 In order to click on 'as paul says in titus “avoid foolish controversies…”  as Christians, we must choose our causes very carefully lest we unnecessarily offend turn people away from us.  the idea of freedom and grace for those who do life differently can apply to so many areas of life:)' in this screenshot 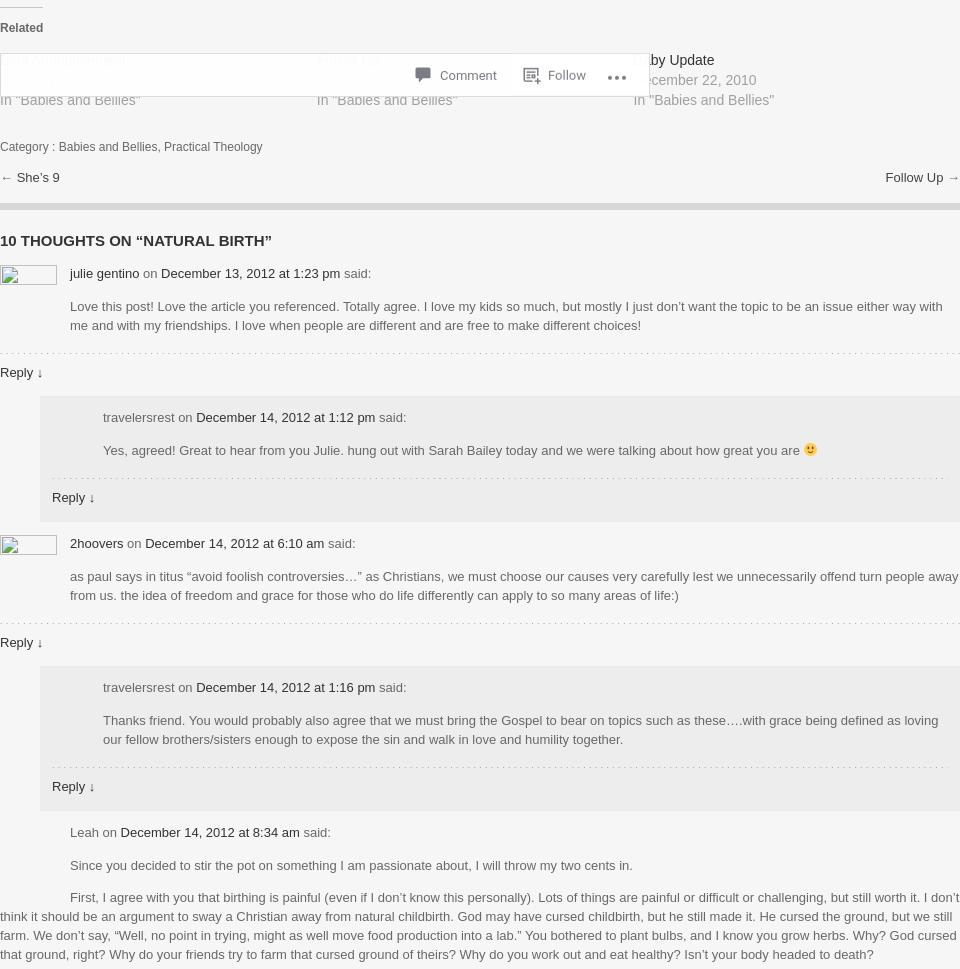, I will do `click(512, 583)`.